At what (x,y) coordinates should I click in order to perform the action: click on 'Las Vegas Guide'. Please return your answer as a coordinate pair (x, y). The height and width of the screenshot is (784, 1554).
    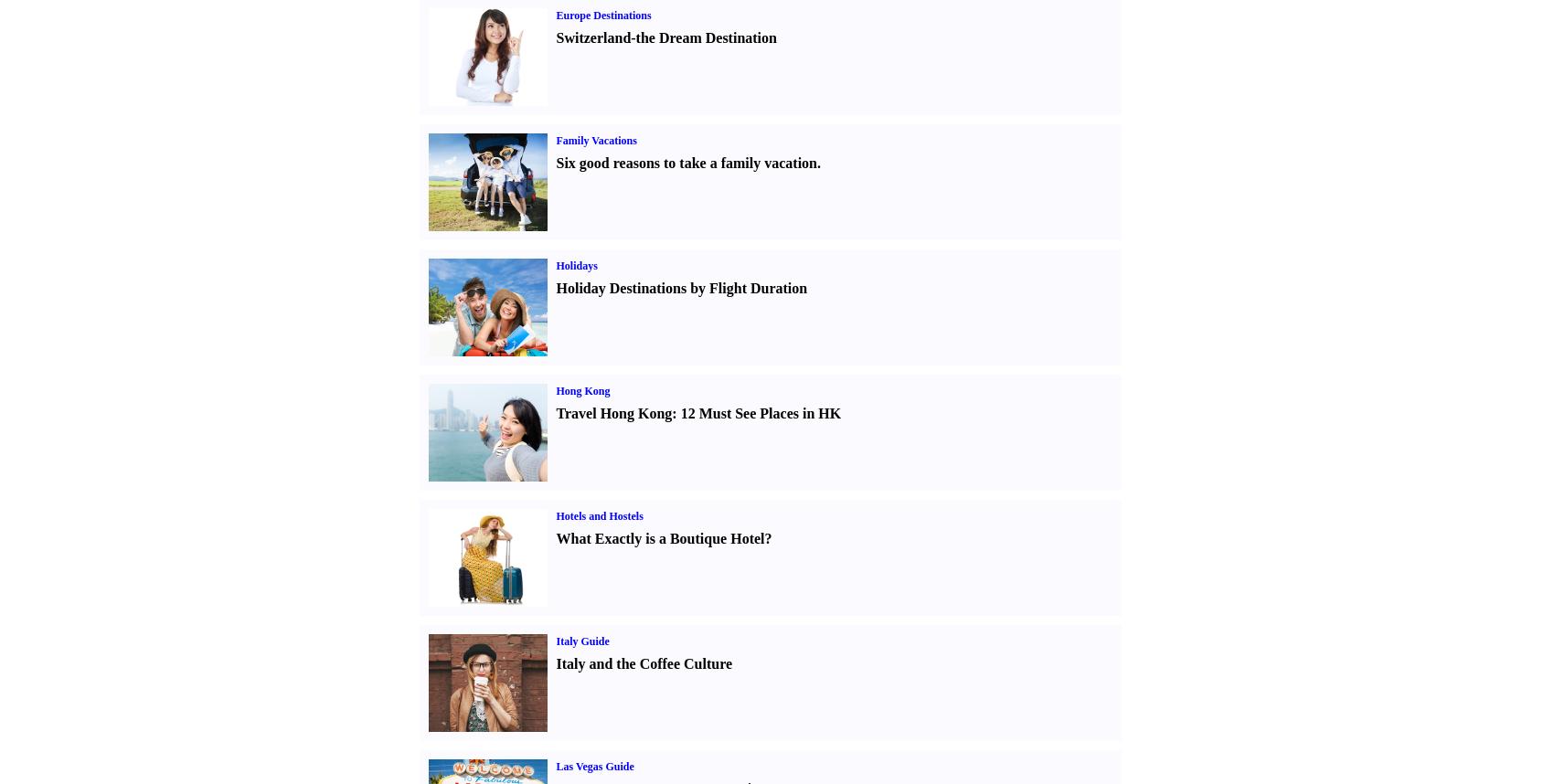
    Looking at the image, I should click on (554, 766).